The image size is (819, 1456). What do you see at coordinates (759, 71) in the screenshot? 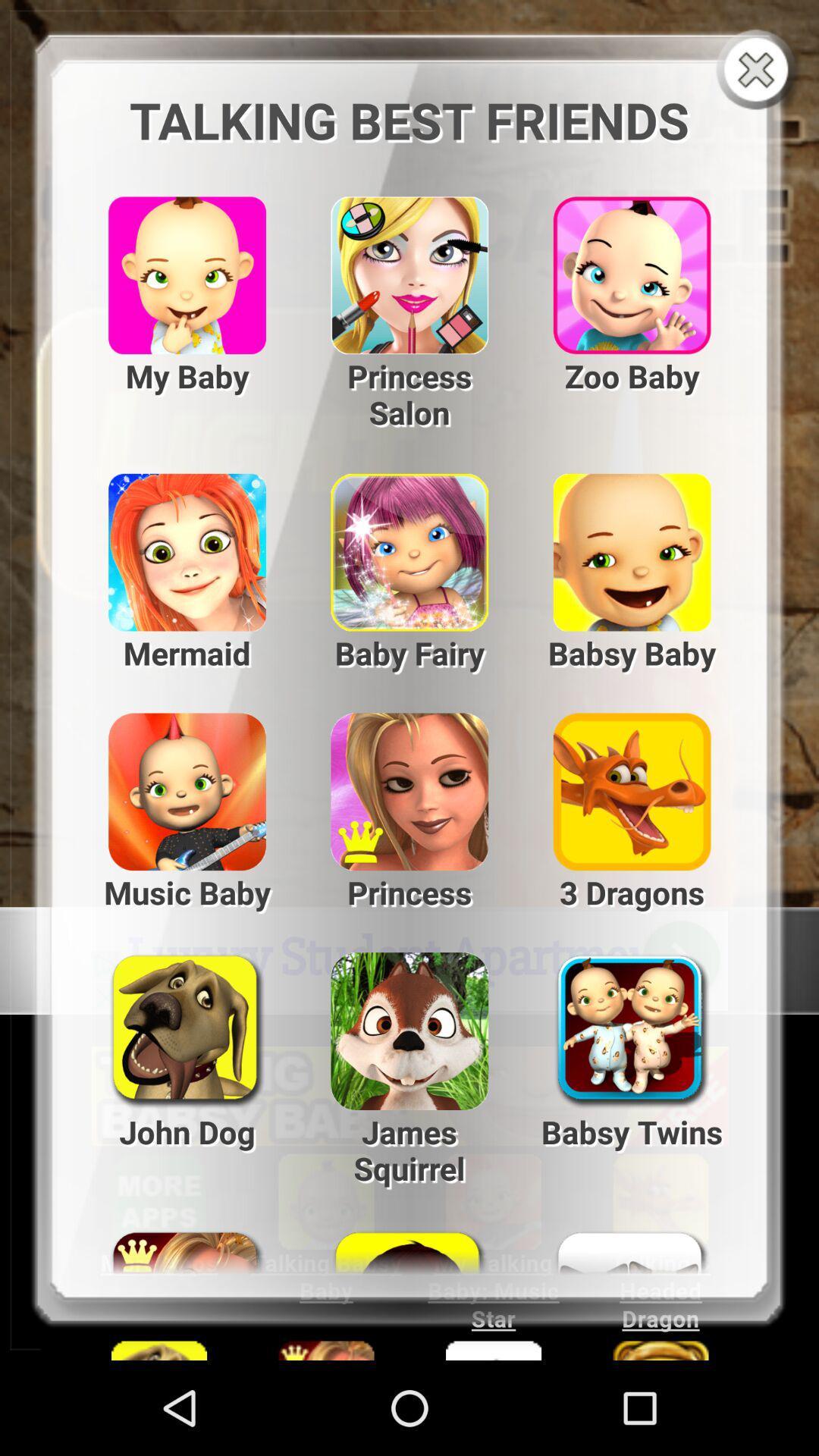
I see `box` at bounding box center [759, 71].